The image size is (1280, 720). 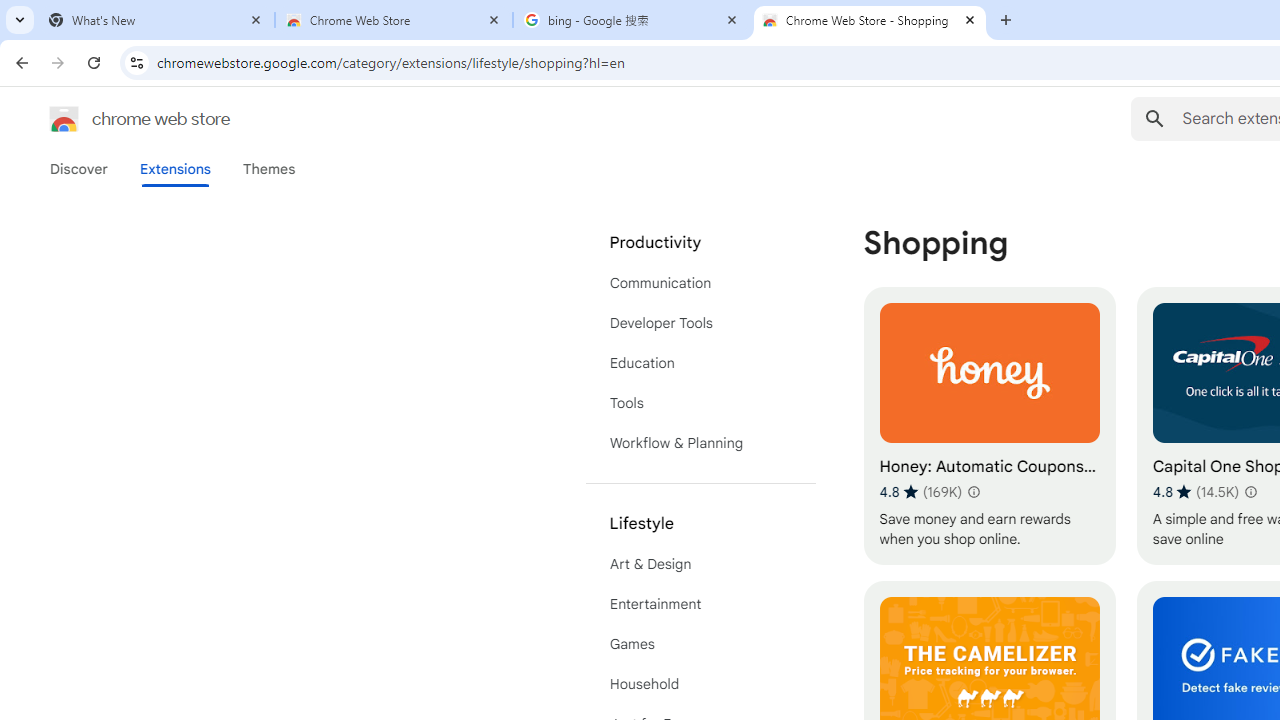 What do you see at coordinates (700, 564) in the screenshot?
I see `'Art & Design'` at bounding box center [700, 564].